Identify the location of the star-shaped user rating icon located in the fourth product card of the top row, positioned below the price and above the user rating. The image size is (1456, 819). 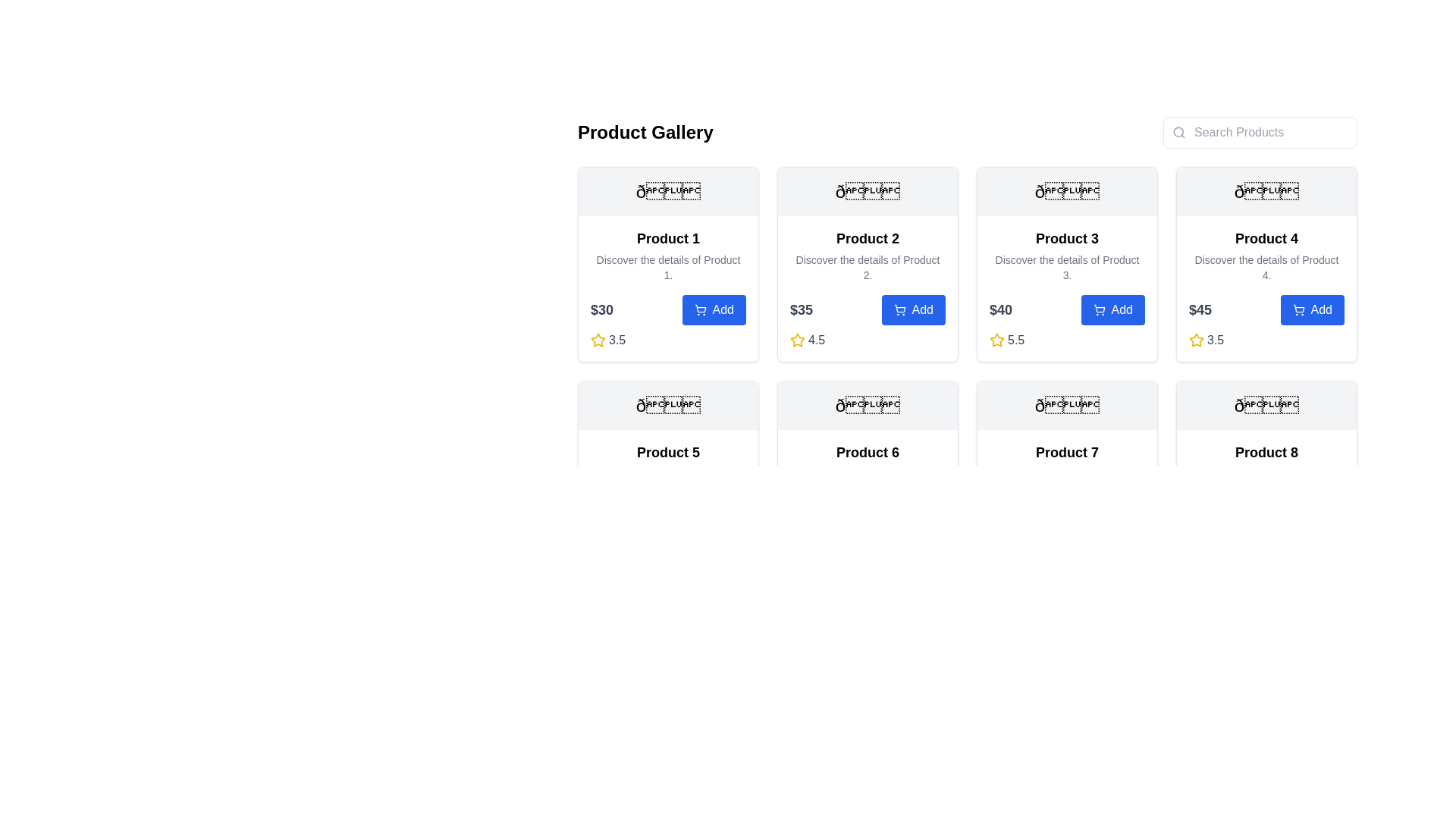
(1196, 339).